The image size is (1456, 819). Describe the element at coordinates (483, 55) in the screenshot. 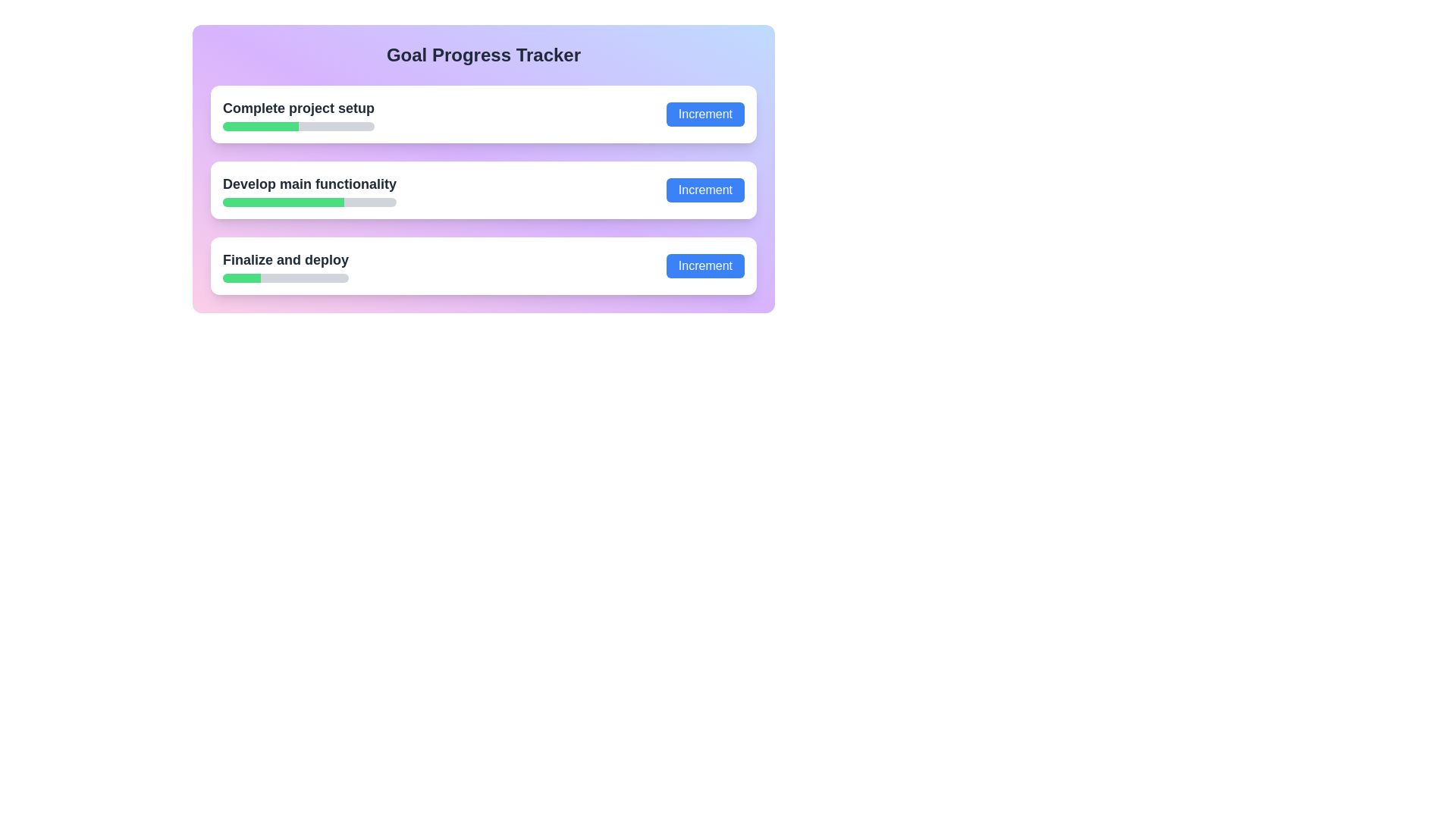

I see `the bold text label 'Goal Progress Tracker' which is centrally aligned at the top of the interface and positioned above the progress bars and buttons` at that location.